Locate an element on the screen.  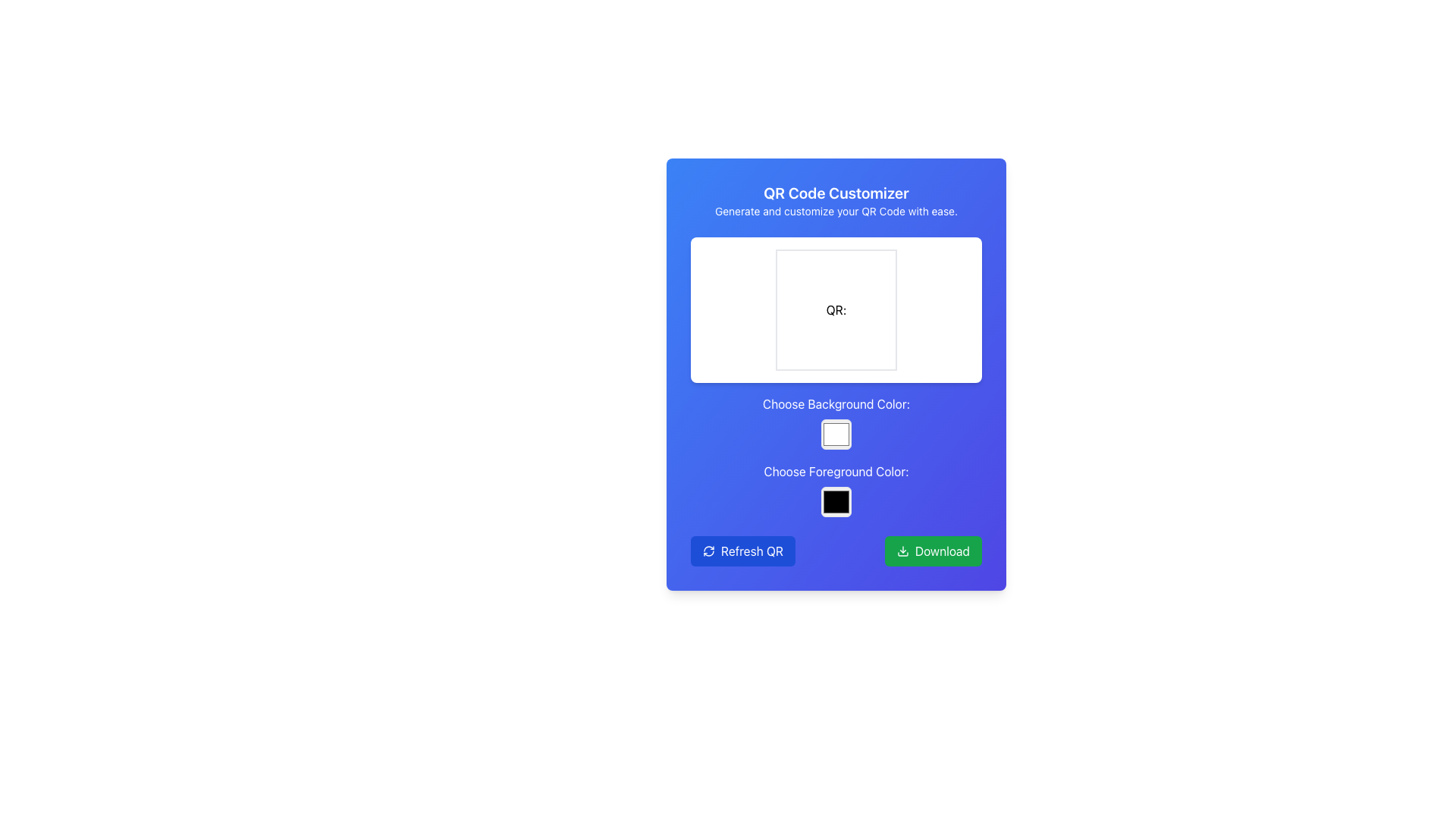
the blue button labeled 'Refresh QR' with rounded corners and white text, located in the bottom-left portion of the interface is located at coordinates (742, 551).